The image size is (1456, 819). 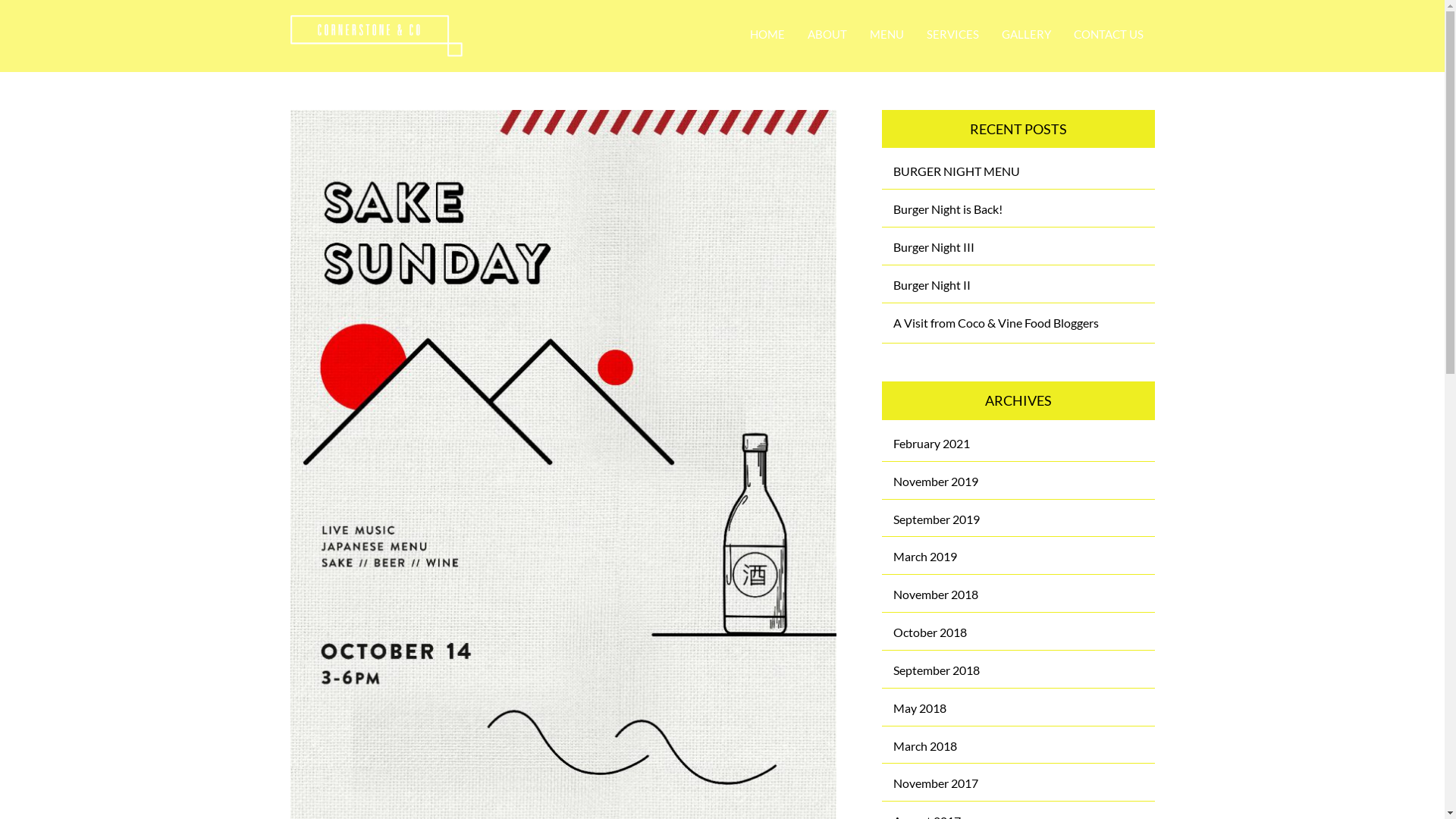 What do you see at coordinates (955, 171) in the screenshot?
I see `'BURGER NIGHT MENU'` at bounding box center [955, 171].